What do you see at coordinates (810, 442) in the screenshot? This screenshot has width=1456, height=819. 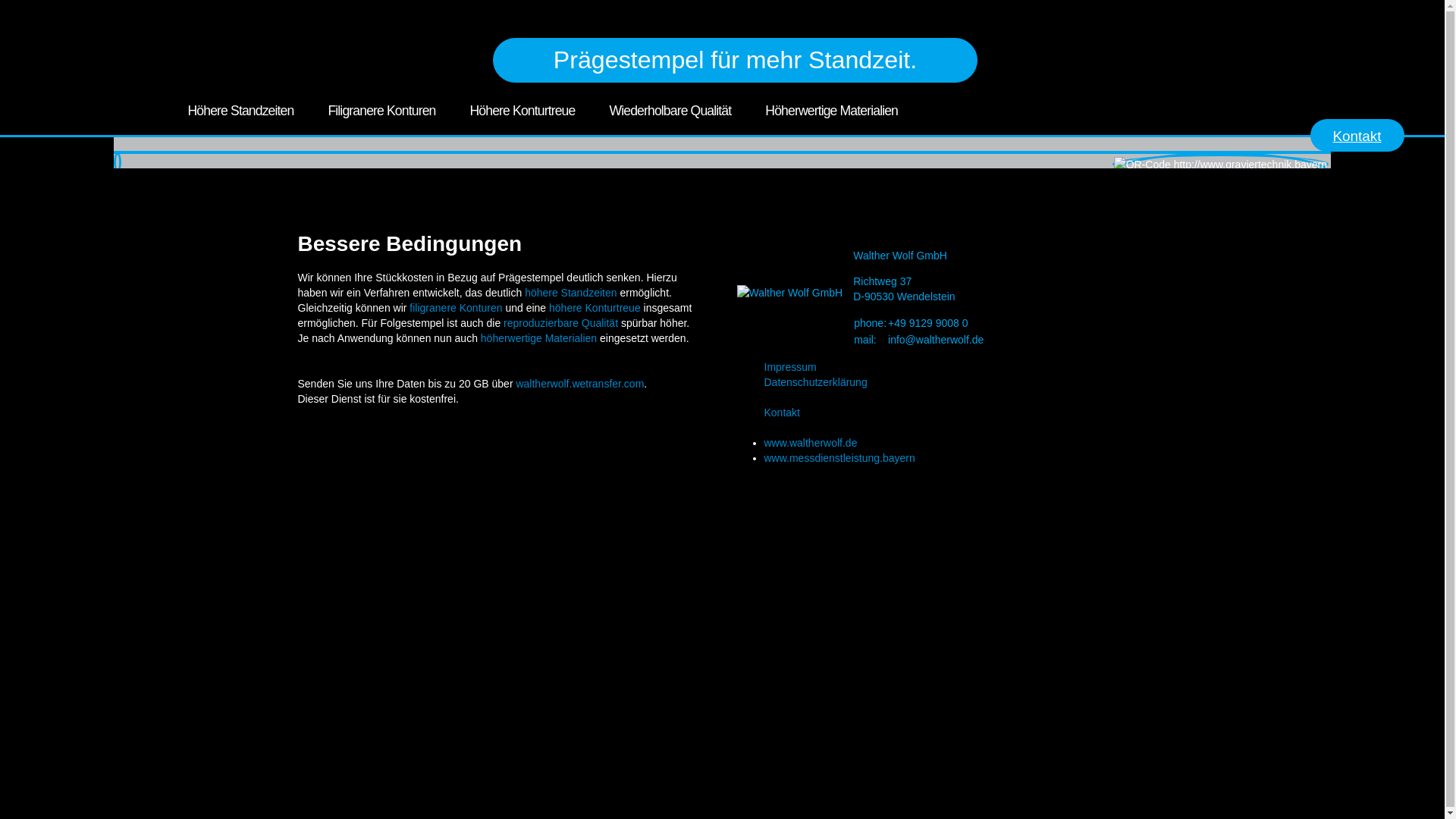 I see `'www.waltherwolf.de'` at bounding box center [810, 442].